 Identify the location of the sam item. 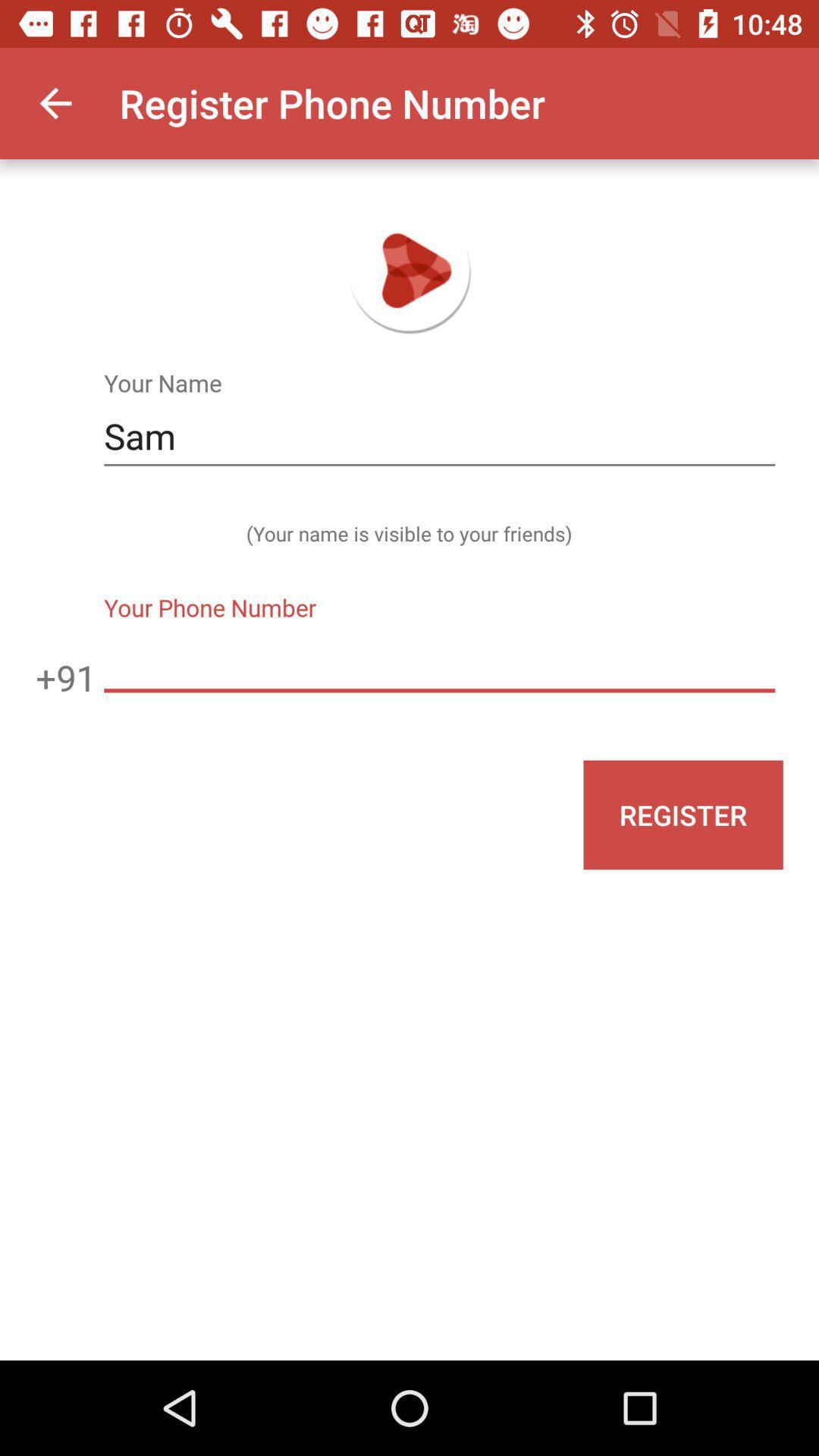
(439, 436).